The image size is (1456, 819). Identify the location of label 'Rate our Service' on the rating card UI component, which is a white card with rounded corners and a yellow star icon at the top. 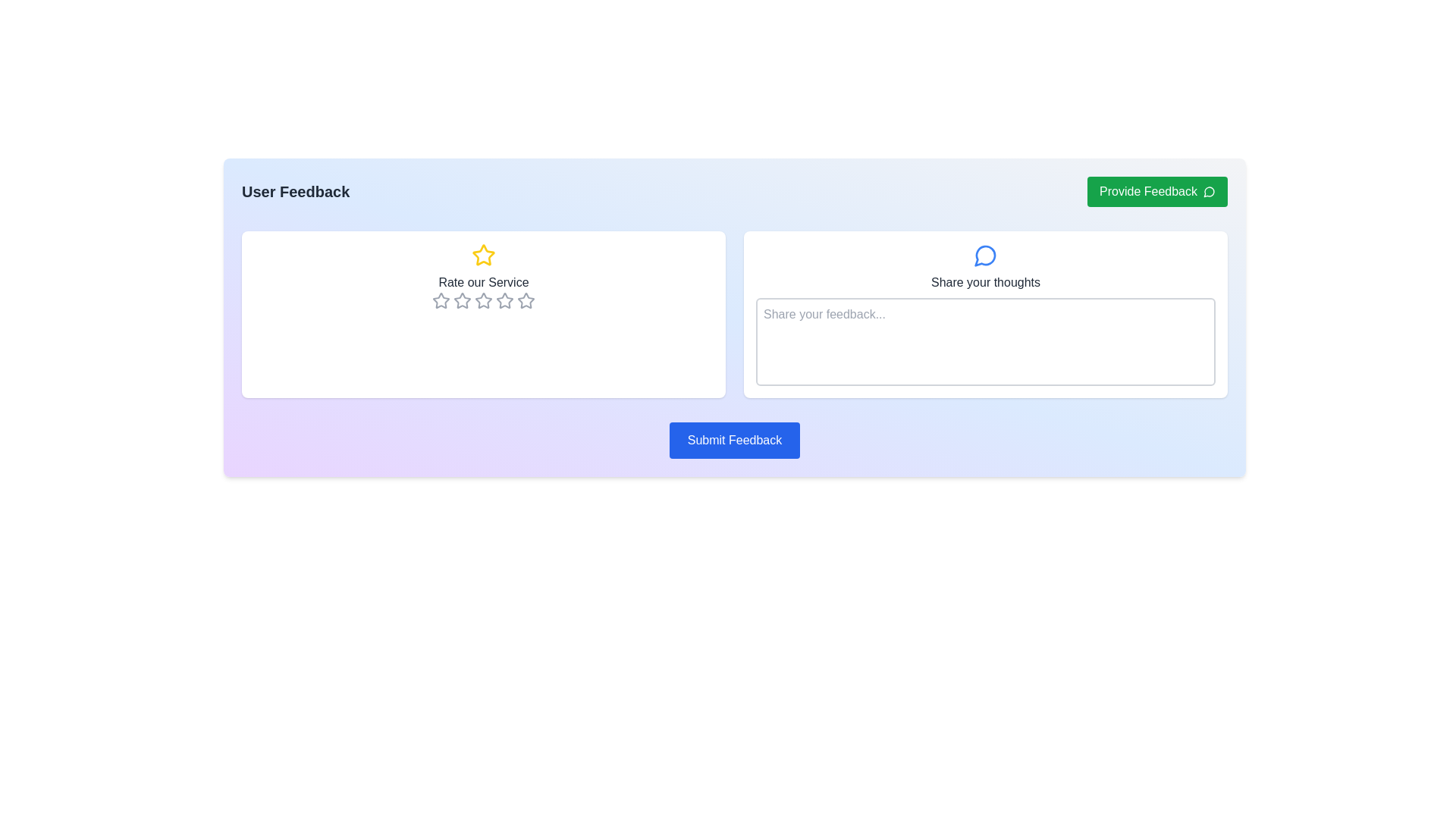
(483, 314).